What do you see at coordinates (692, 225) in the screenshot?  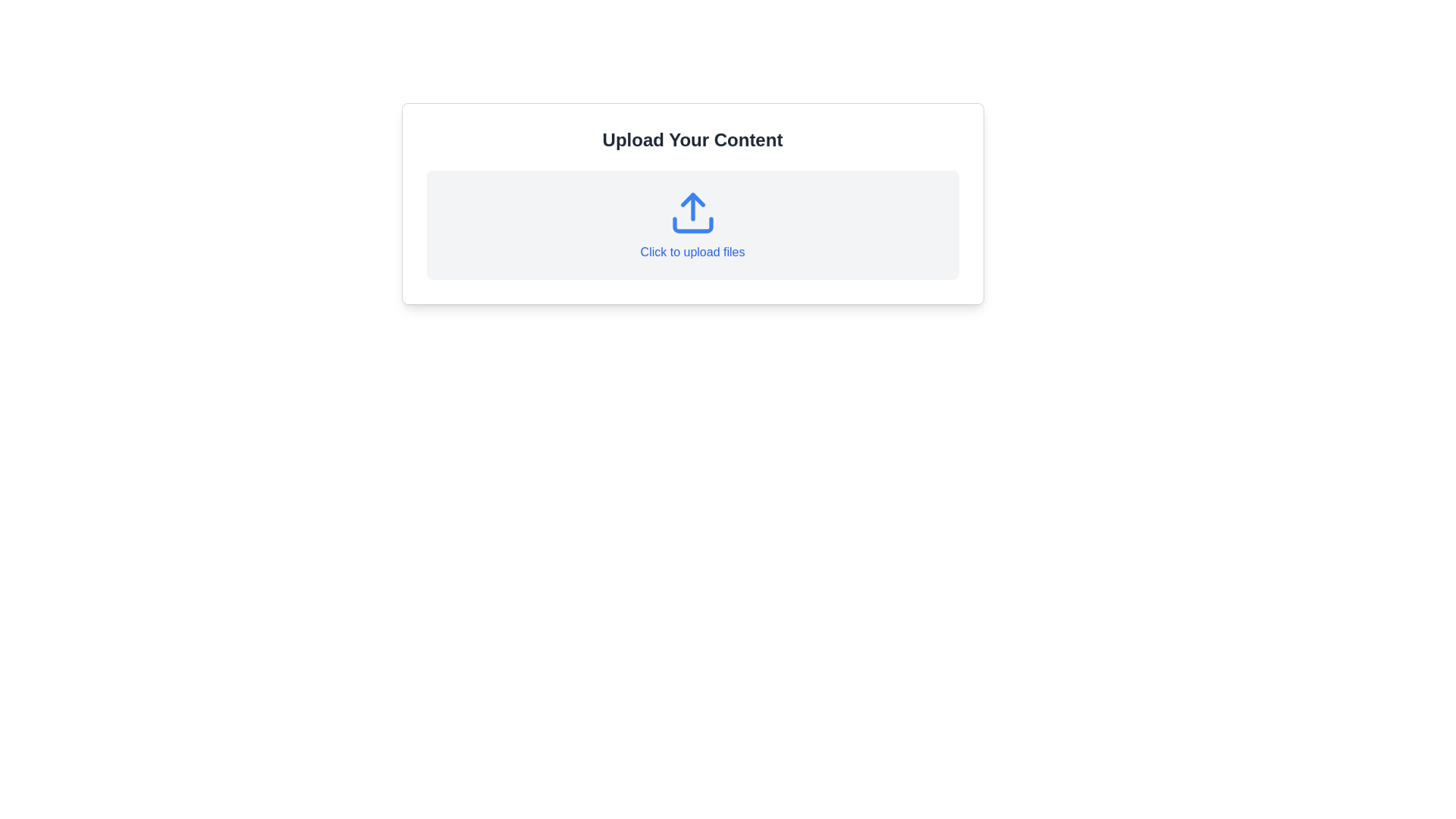 I see `the interactive area for initiating file uploads located centrally below the 'Upload Your Content' title` at bounding box center [692, 225].